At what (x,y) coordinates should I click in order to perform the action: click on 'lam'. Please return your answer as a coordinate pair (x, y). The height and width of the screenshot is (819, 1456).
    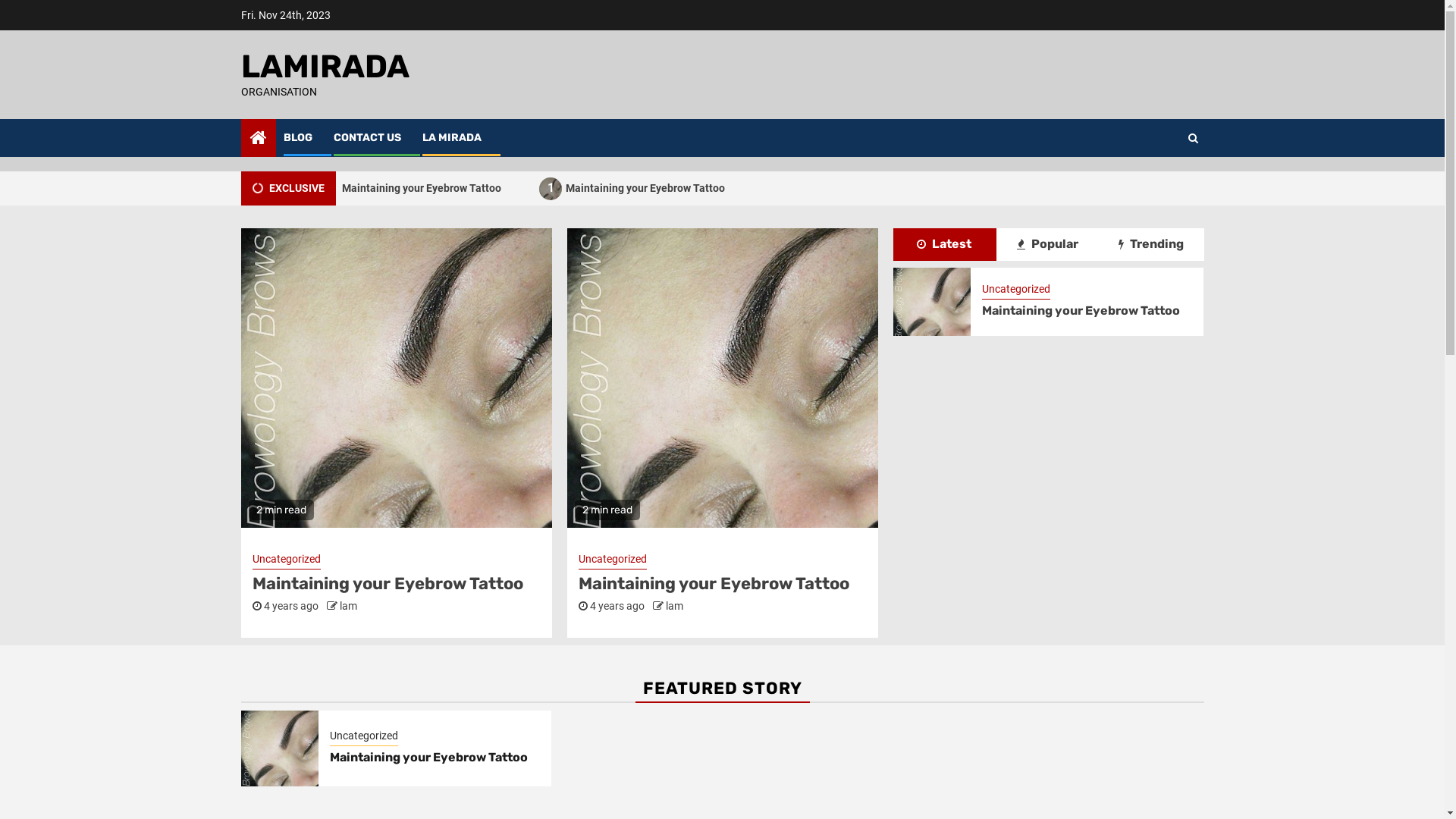
    Looking at the image, I should click on (673, 604).